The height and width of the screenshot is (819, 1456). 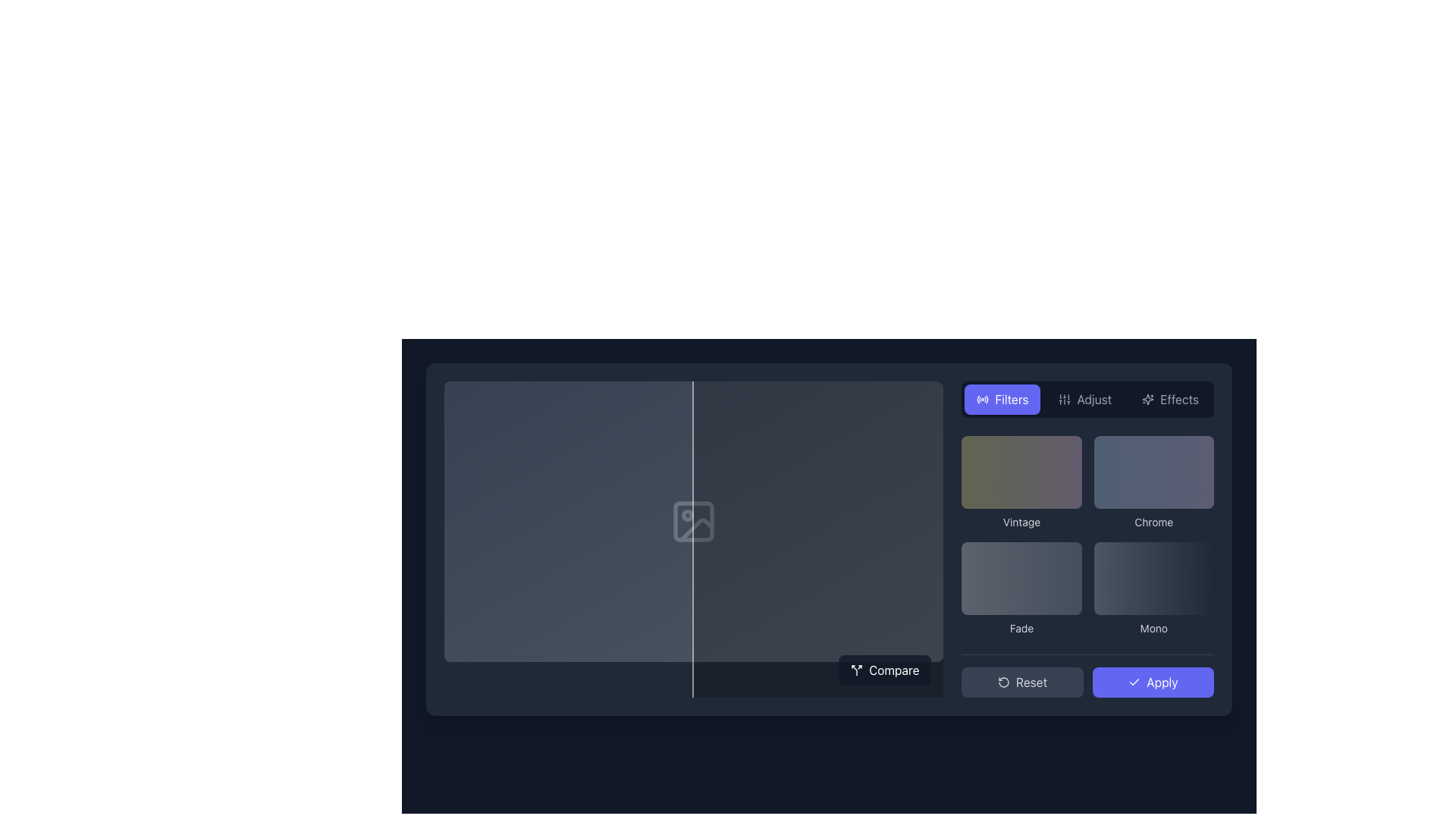 What do you see at coordinates (1022, 681) in the screenshot?
I see `the 'Reset' button, which has a dark gray background and light gray text` at bounding box center [1022, 681].